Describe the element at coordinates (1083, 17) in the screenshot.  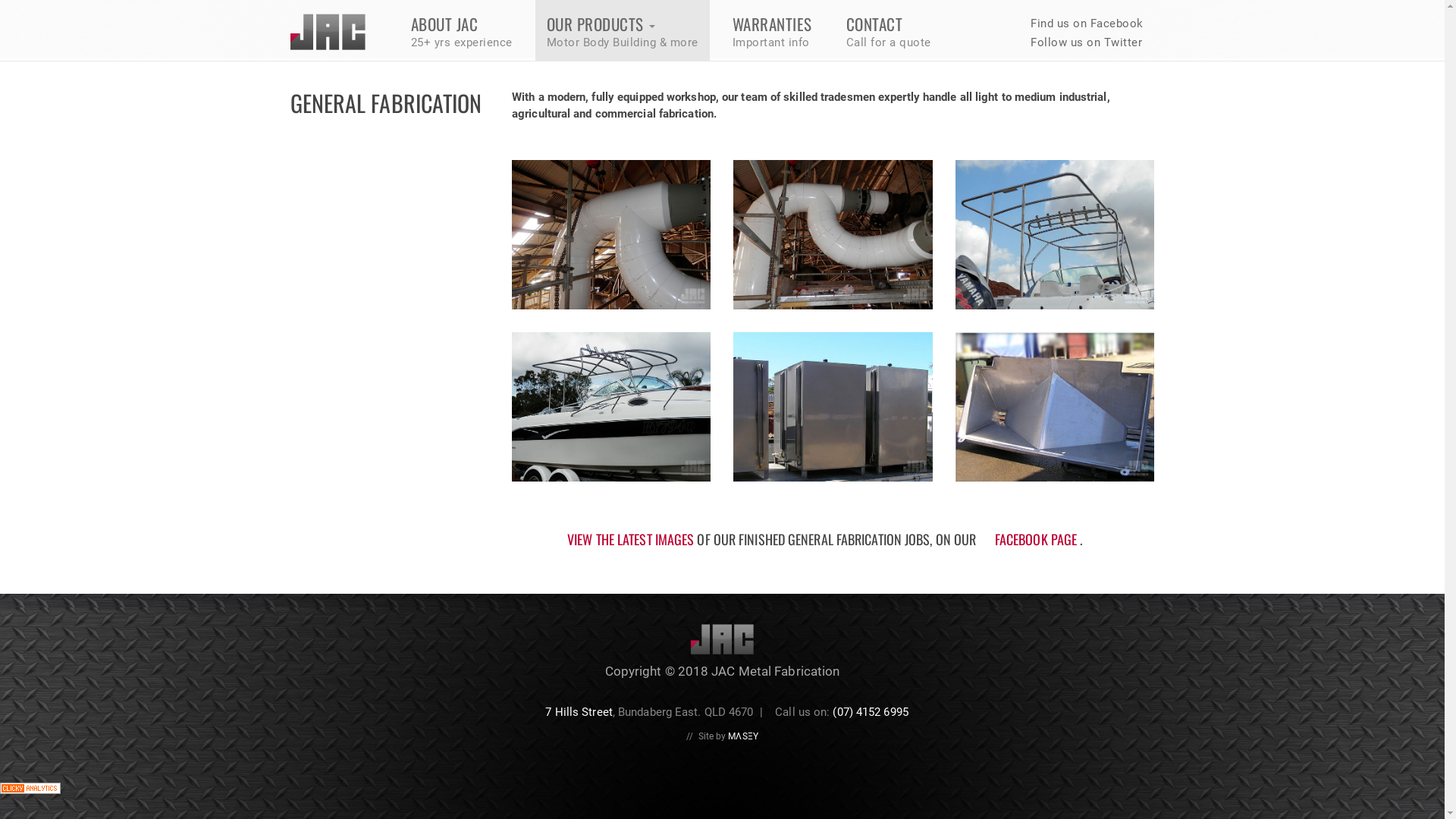
I see `'  Find us on Facebook'` at that location.